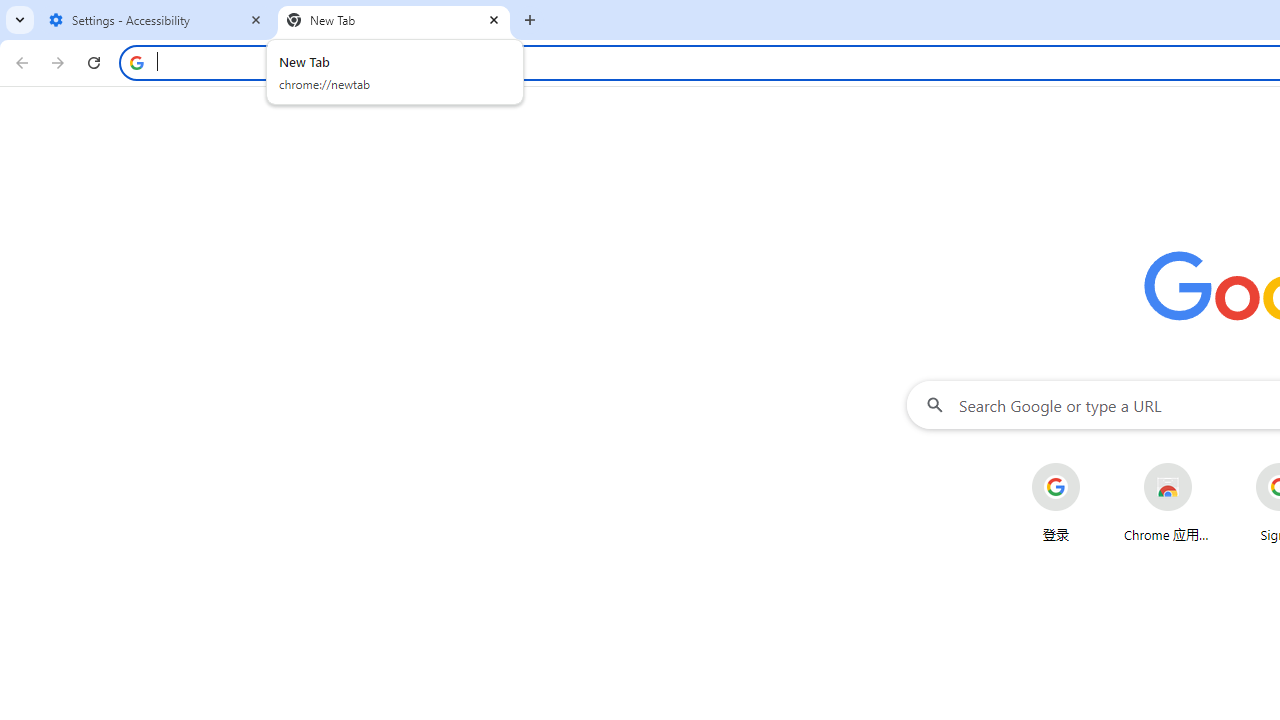 This screenshot has width=1280, height=720. Describe the element at coordinates (155, 20) in the screenshot. I see `'Settings - Accessibility'` at that location.